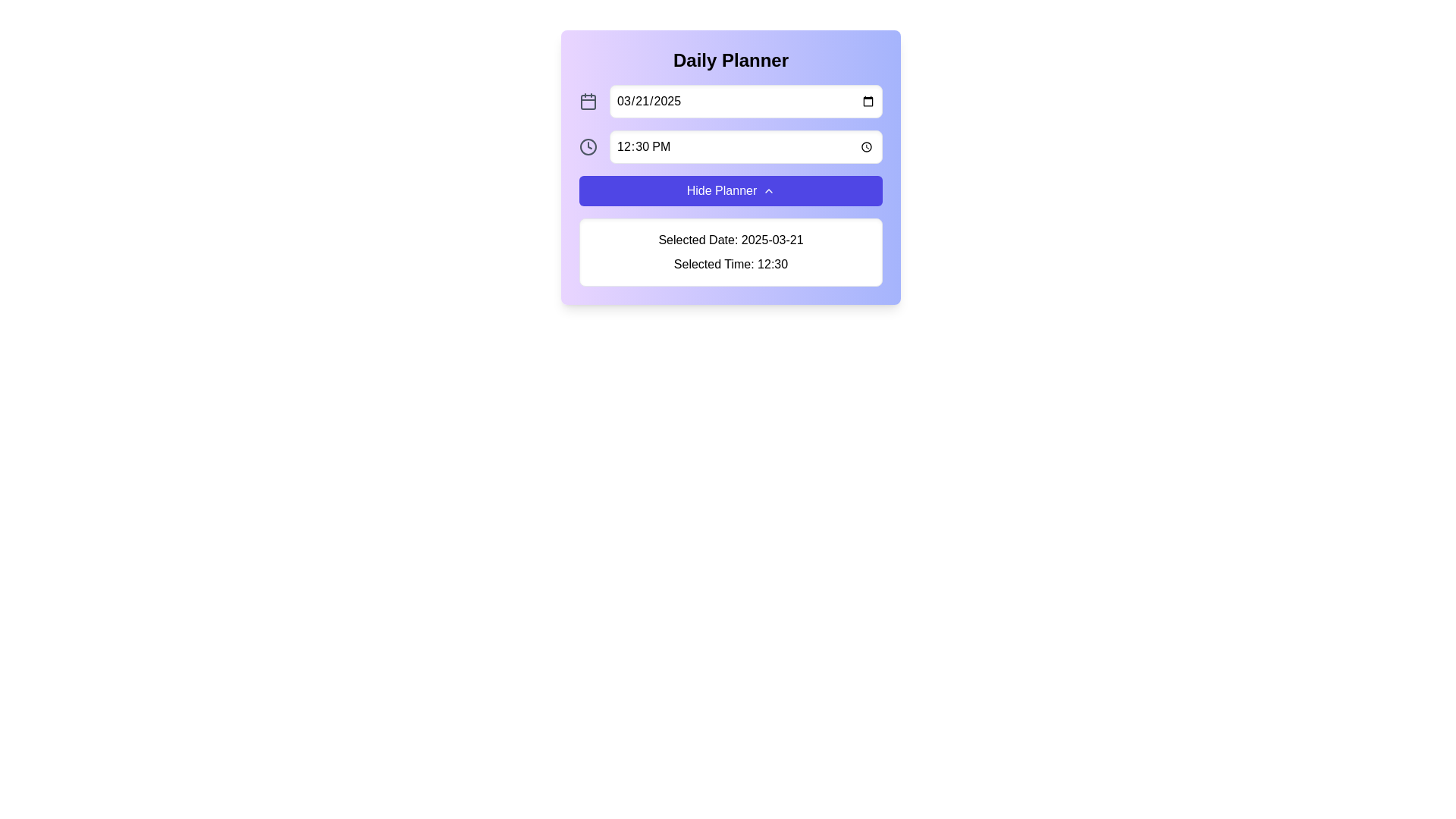 The image size is (1456, 819). I want to click on the circular decorative element within the clock icon located to the left of the '12:30 PM' input field, so click(588, 146).